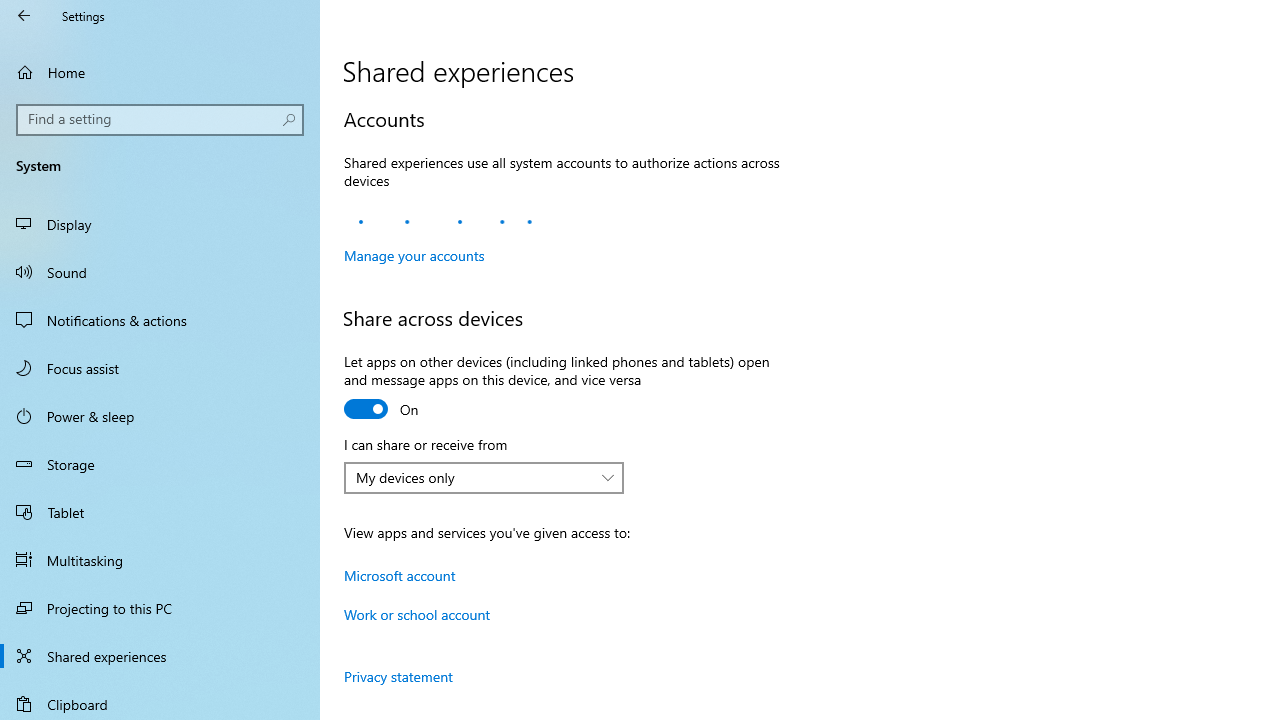 The height and width of the screenshot is (720, 1280). What do you see at coordinates (413, 254) in the screenshot?
I see `'Manage your accounts'` at bounding box center [413, 254].